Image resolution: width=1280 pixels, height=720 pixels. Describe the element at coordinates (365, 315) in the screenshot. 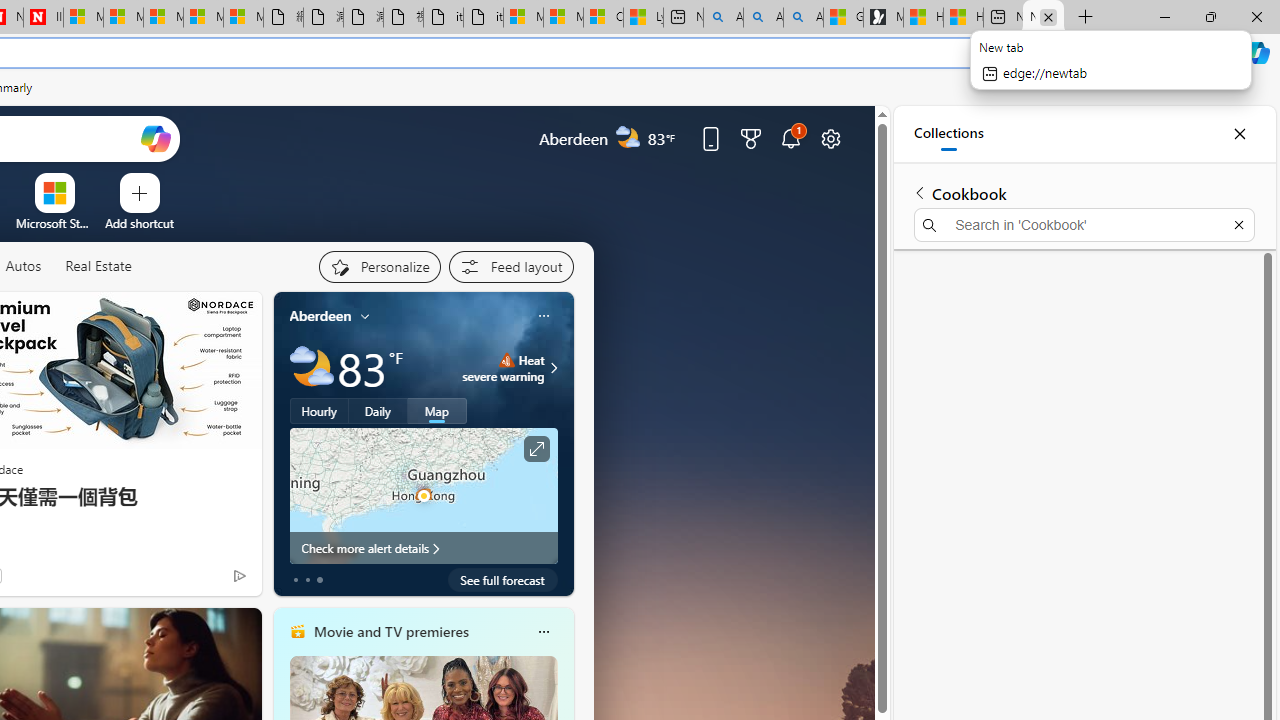

I see `'My location'` at that location.